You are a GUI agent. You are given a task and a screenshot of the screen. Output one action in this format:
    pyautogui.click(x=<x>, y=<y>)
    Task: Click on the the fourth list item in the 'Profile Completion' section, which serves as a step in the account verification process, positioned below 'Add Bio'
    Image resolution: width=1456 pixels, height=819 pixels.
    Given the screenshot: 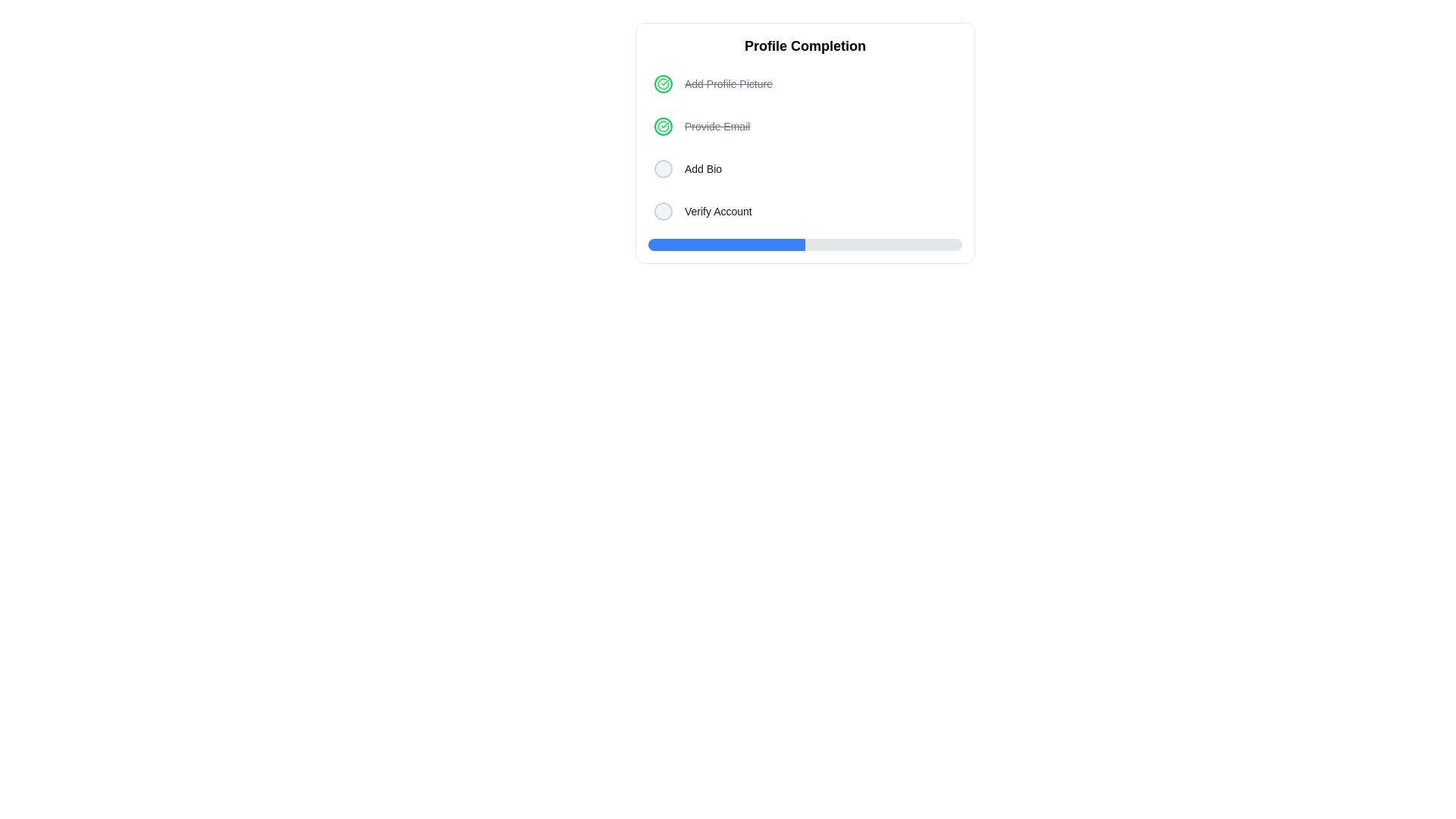 What is the action you would take?
    pyautogui.click(x=804, y=211)
    